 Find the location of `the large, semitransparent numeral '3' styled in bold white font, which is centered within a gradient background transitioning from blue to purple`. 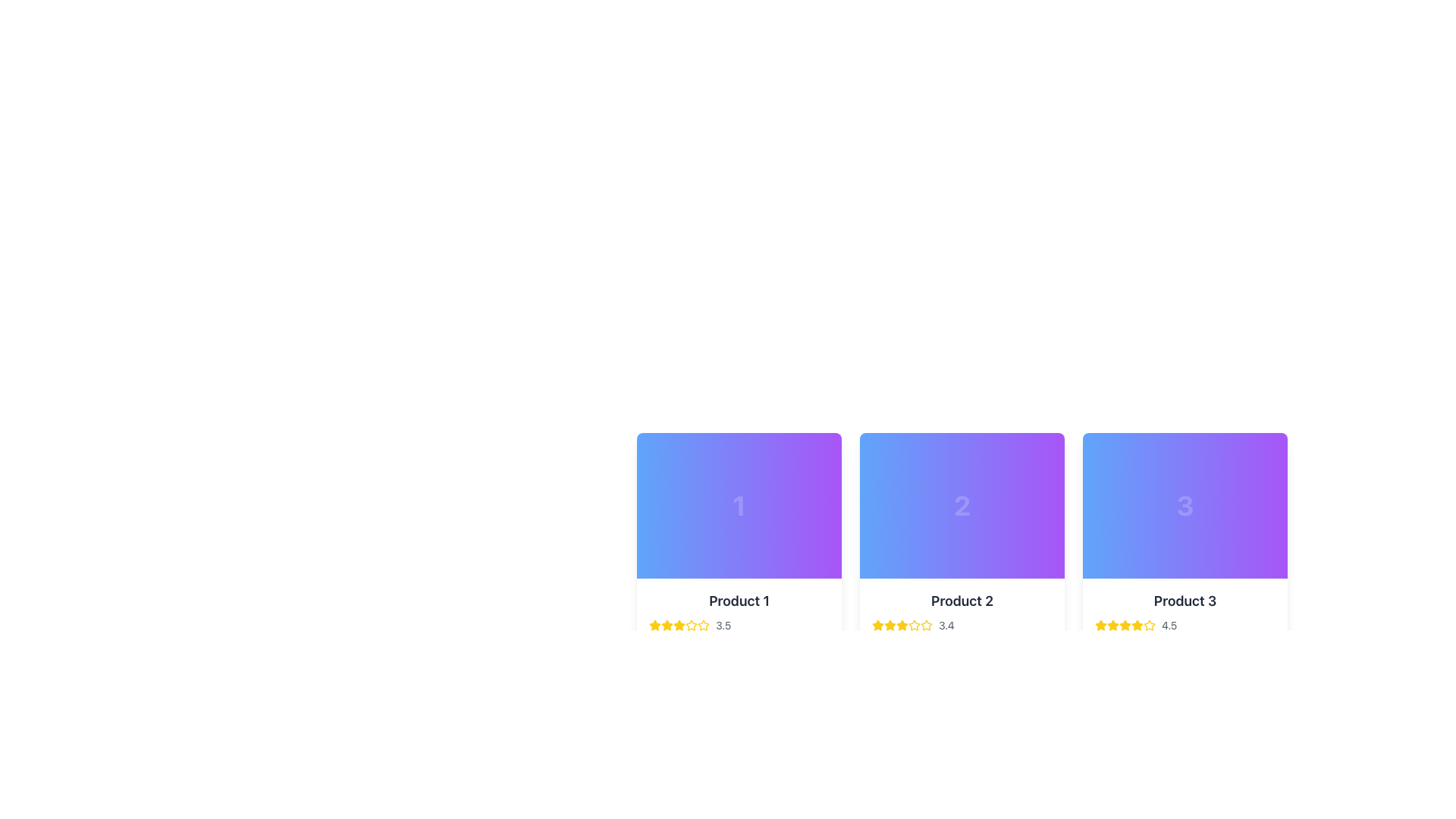

the large, semitransparent numeral '3' styled in bold white font, which is centered within a gradient background transitioning from blue to purple is located at coordinates (1185, 506).